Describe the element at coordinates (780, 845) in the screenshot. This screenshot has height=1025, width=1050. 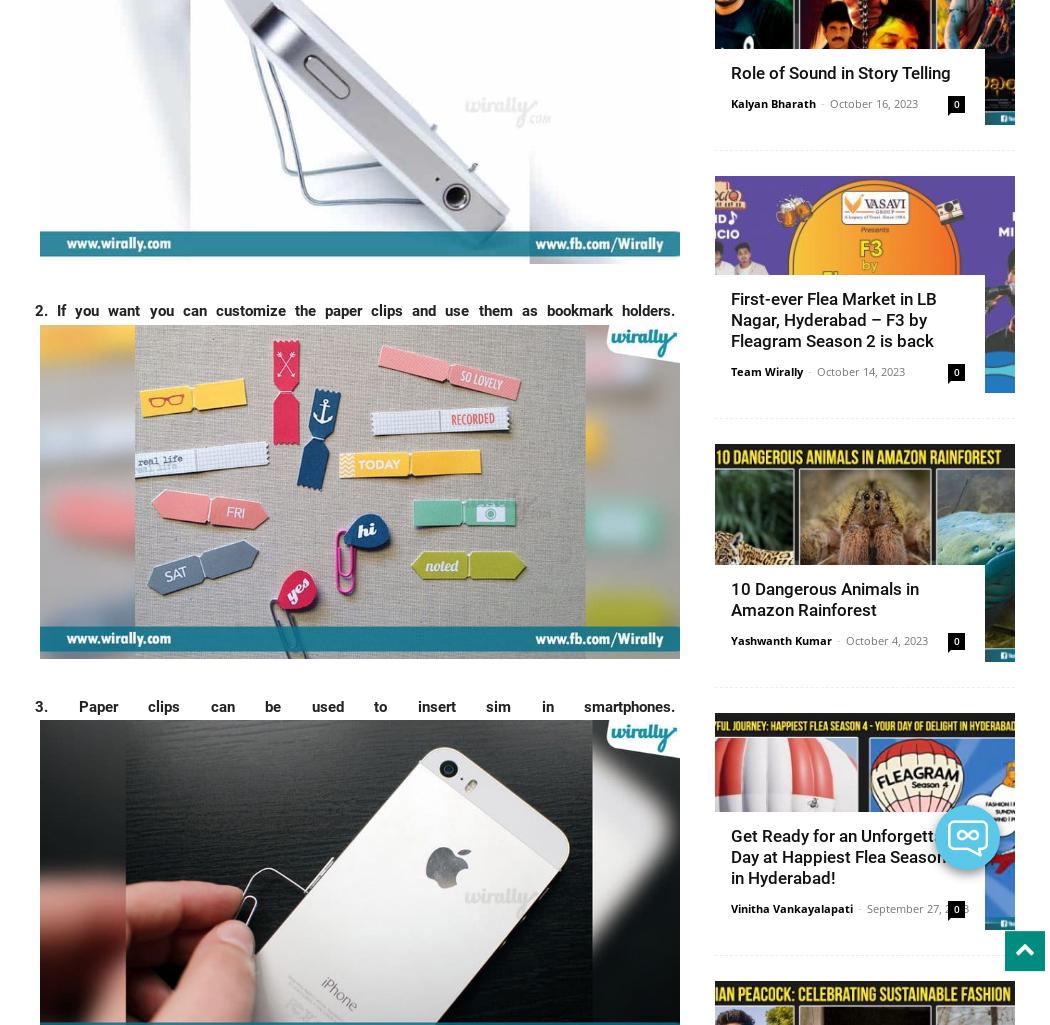
I see `'RRR Rampage In Japan: All The Spectacular Records Of RRR Movie In Japan...'` at that location.